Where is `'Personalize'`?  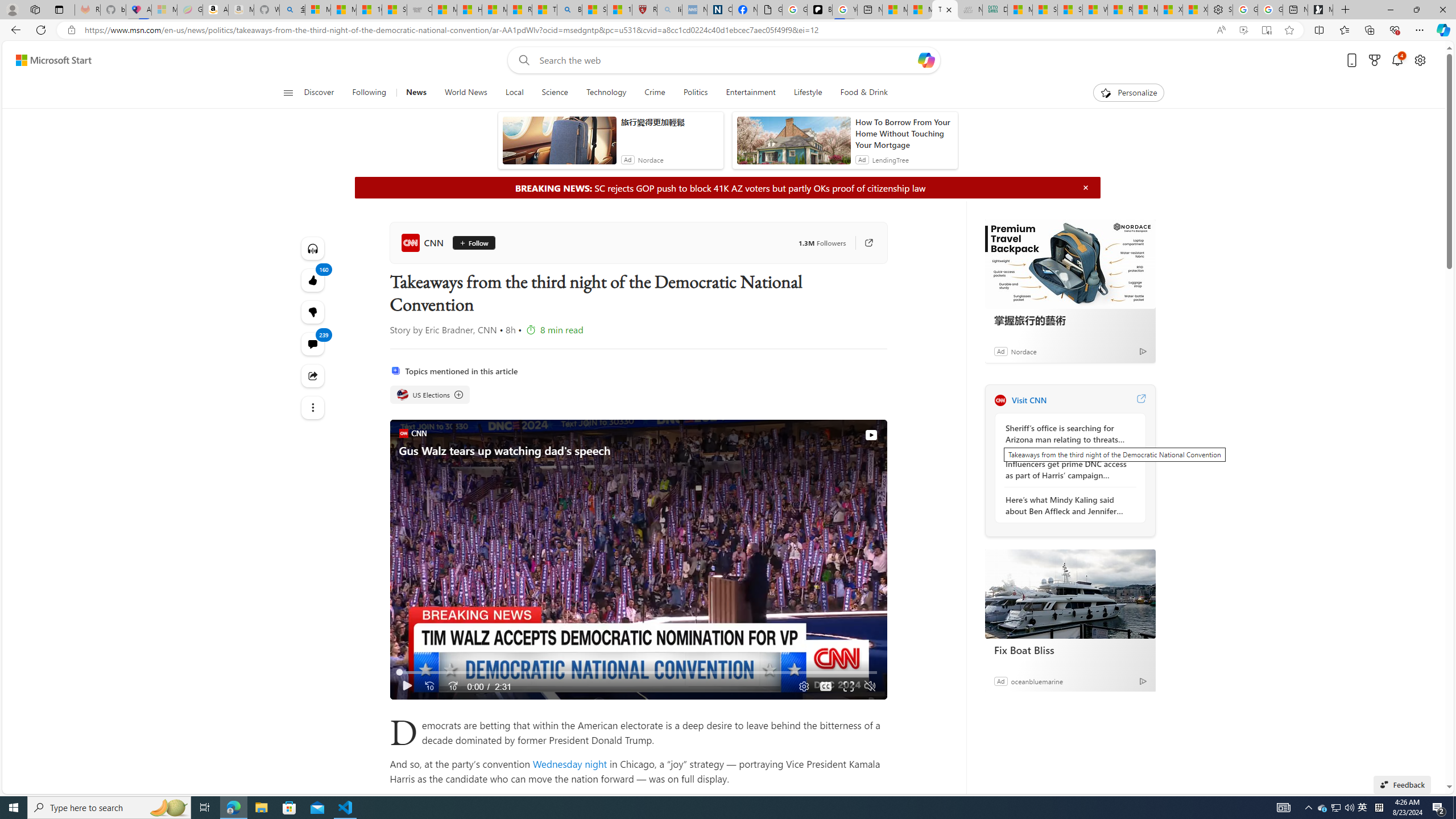 'Personalize' is located at coordinates (1128, 92).